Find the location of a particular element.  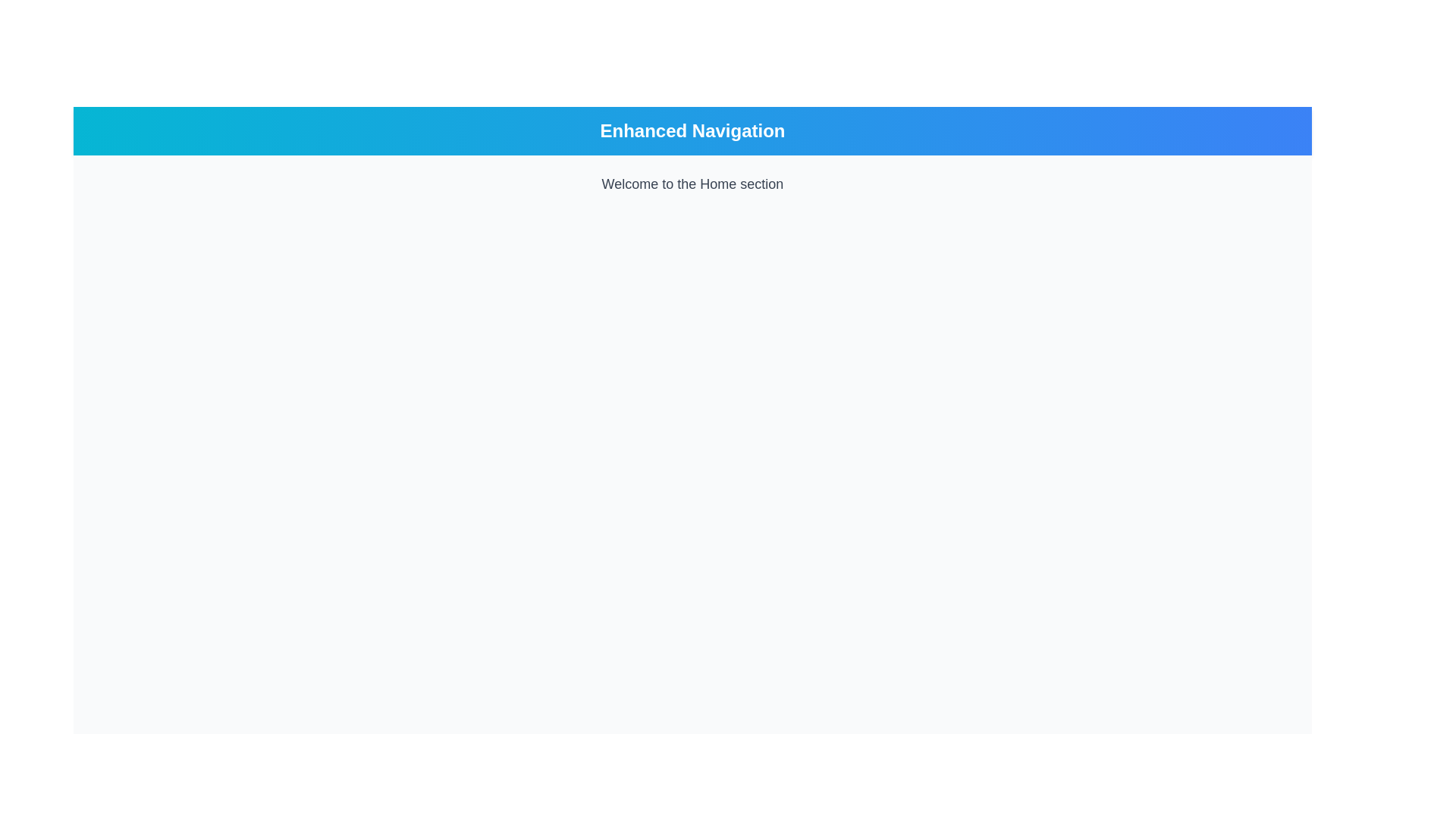

the text label that reads 'Welcome to the Home section', which is styled with a large font size and medium gray color, located near the top area of the content section below the blue header bar is located at coordinates (692, 184).